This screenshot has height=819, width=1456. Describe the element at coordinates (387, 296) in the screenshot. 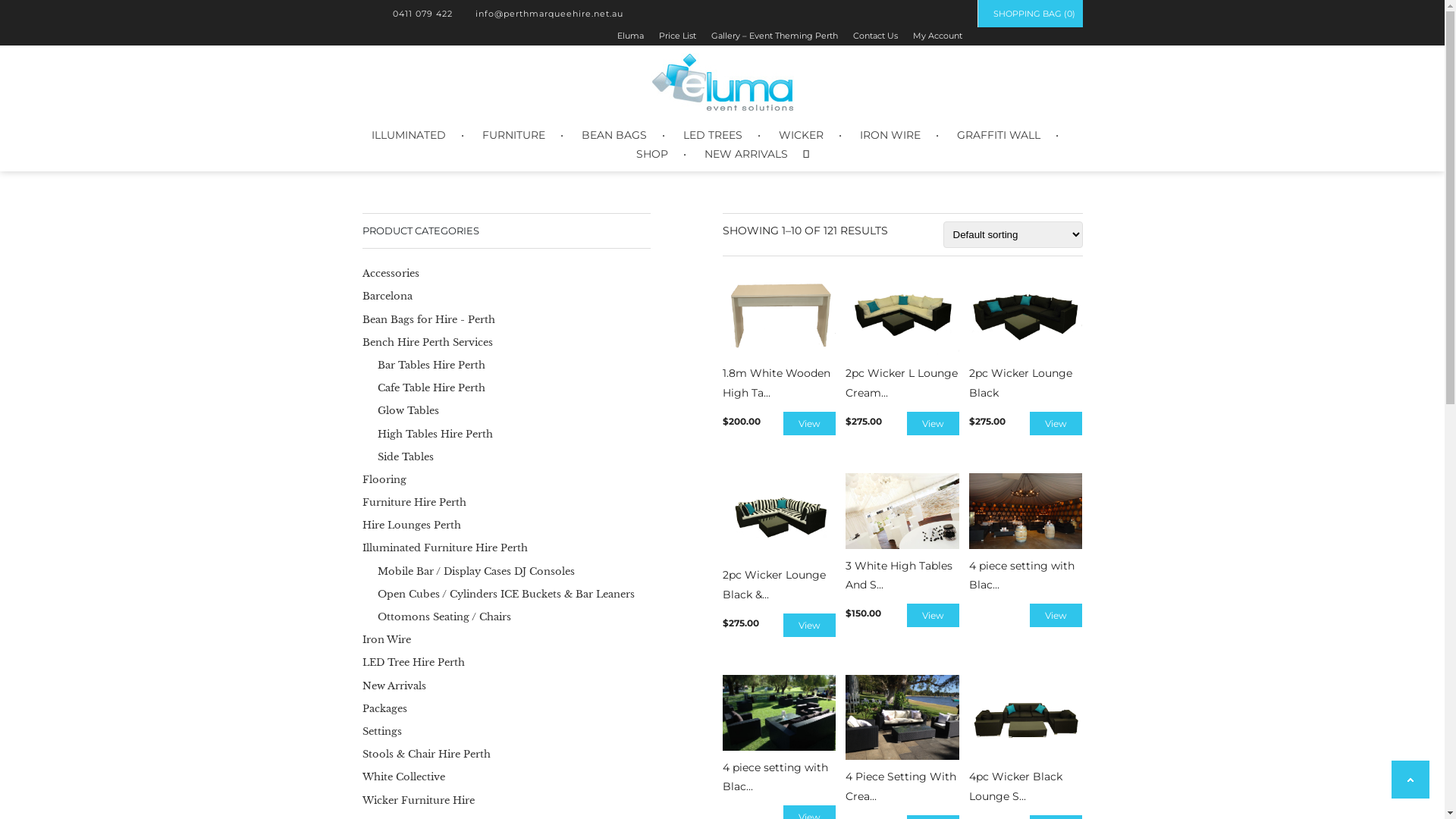

I see `'Barcelona'` at that location.